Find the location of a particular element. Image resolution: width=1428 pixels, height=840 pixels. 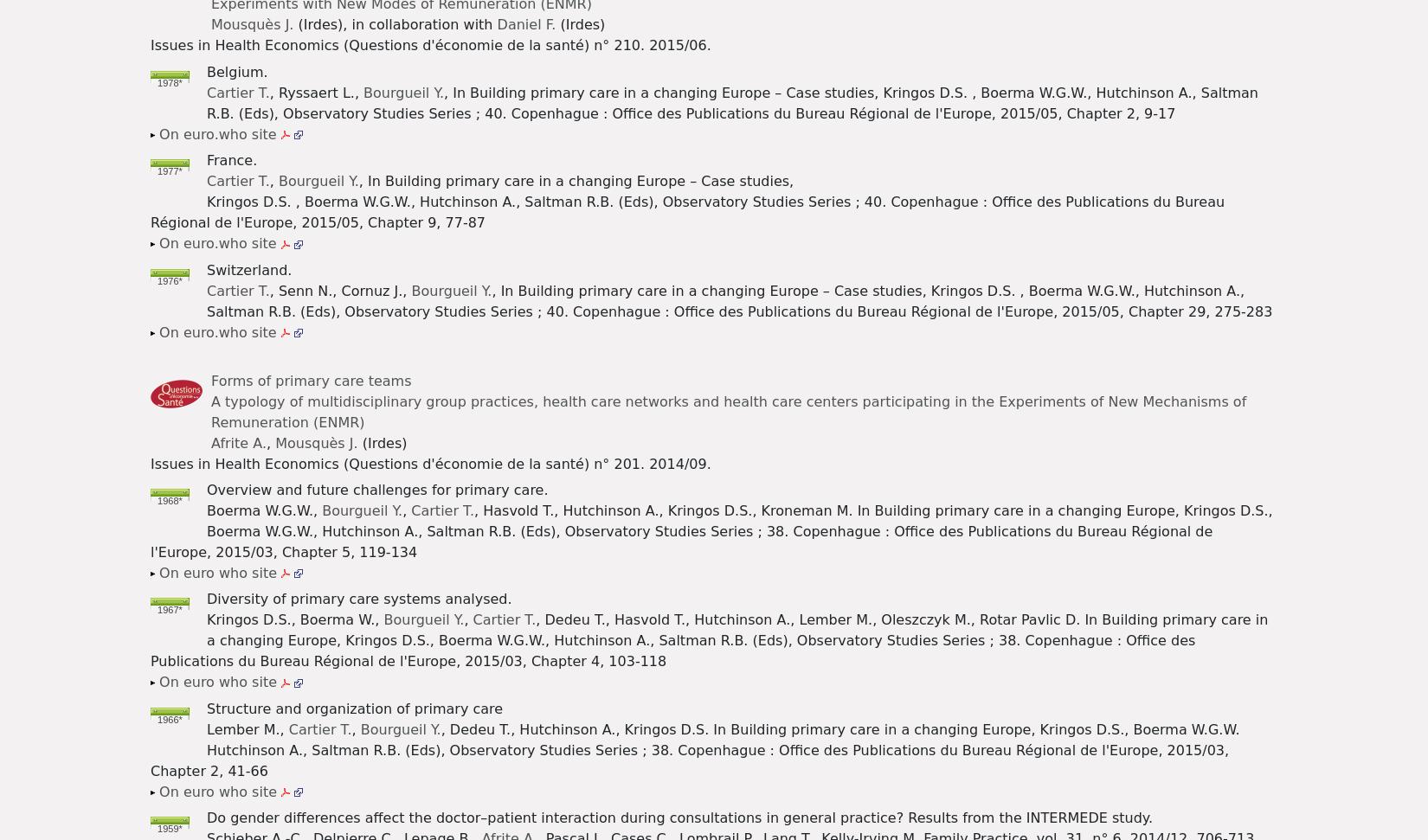

'Or Z.' is located at coordinates (595, 108).